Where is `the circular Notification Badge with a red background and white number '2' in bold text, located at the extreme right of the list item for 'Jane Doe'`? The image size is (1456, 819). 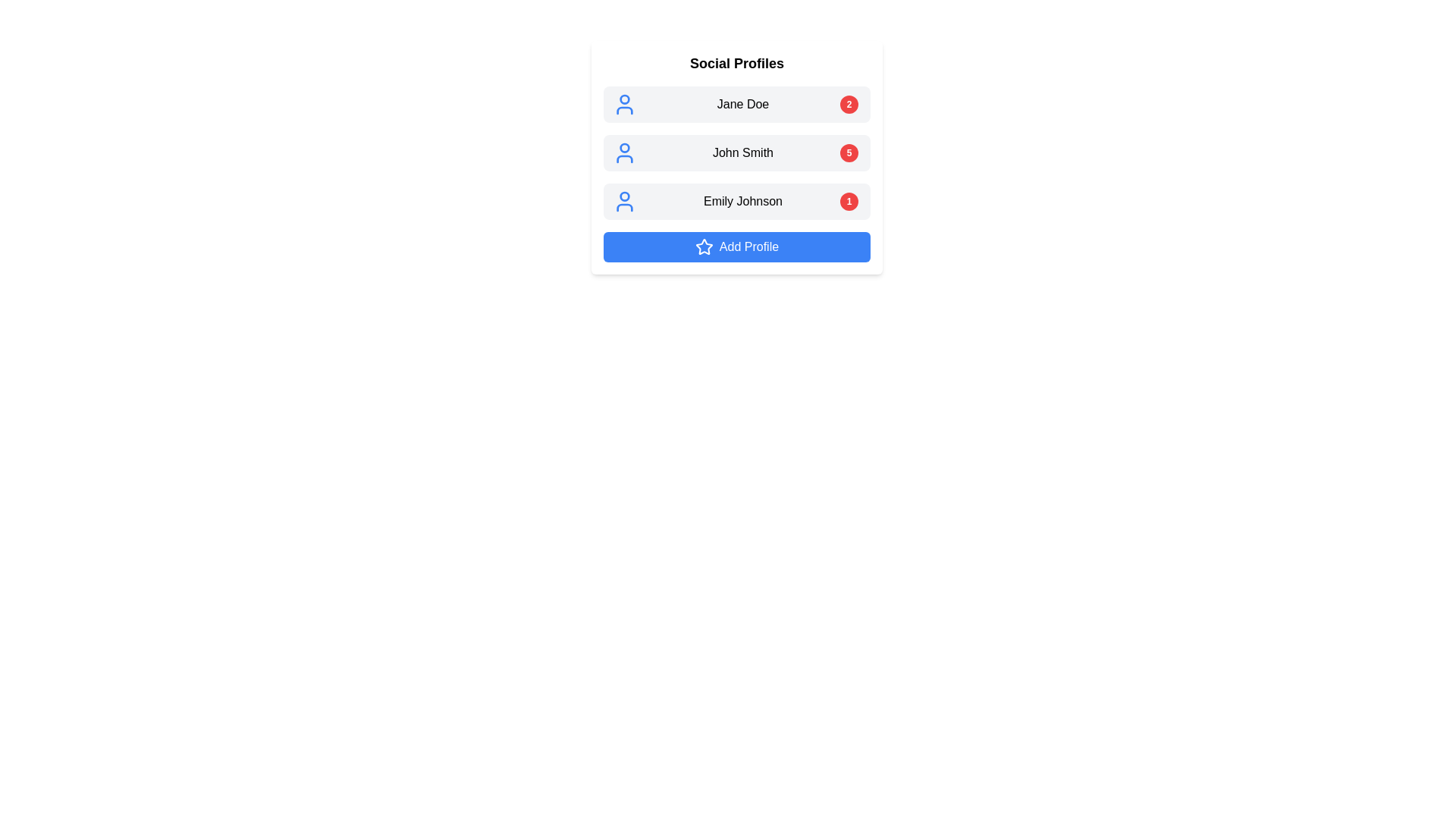 the circular Notification Badge with a red background and white number '2' in bold text, located at the extreme right of the list item for 'Jane Doe' is located at coordinates (848, 104).